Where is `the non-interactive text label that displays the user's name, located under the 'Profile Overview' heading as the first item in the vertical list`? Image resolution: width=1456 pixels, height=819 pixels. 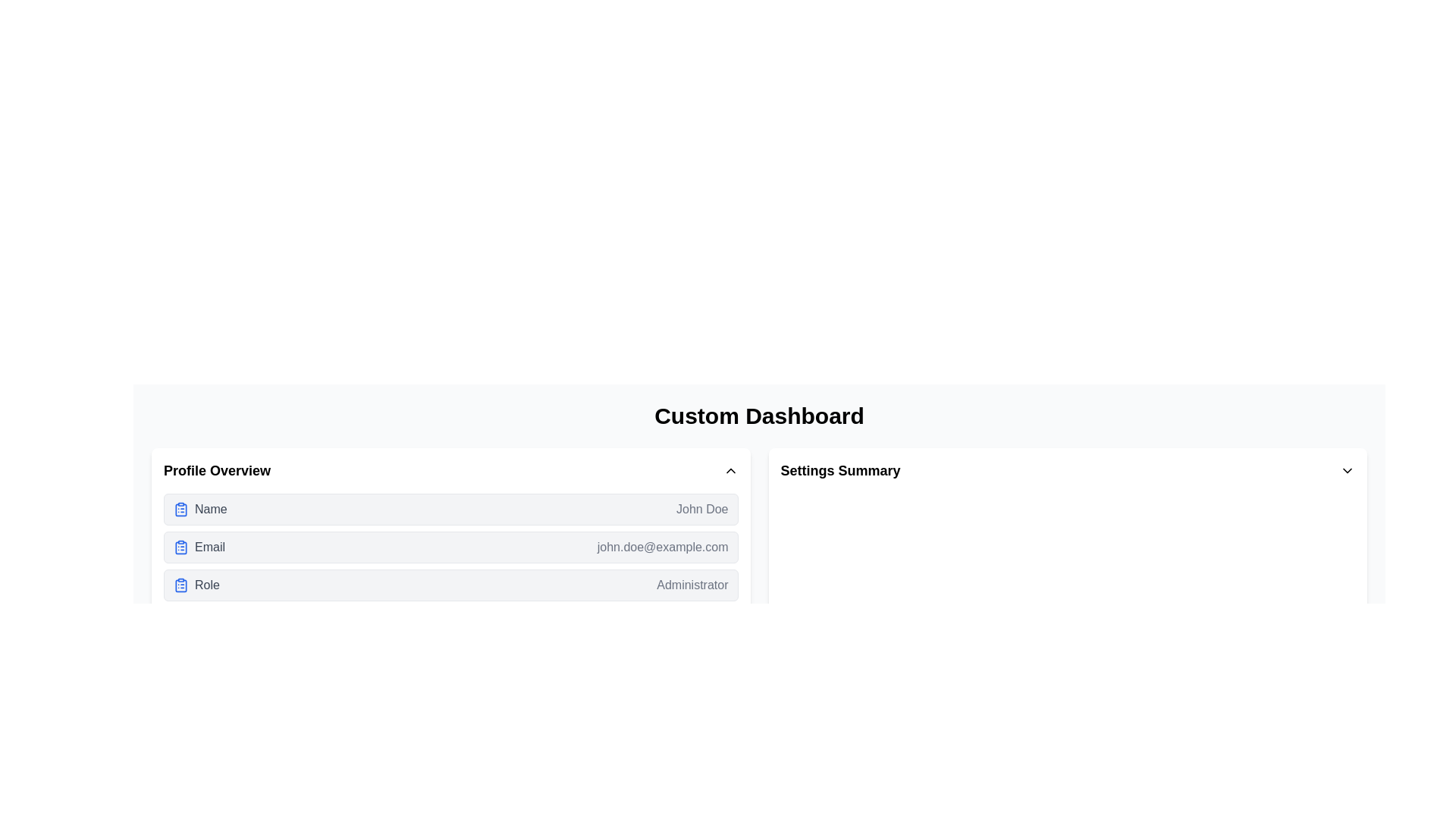
the non-interactive text label that displays the user's name, located under the 'Profile Overview' heading as the first item in the vertical list is located at coordinates (210, 509).